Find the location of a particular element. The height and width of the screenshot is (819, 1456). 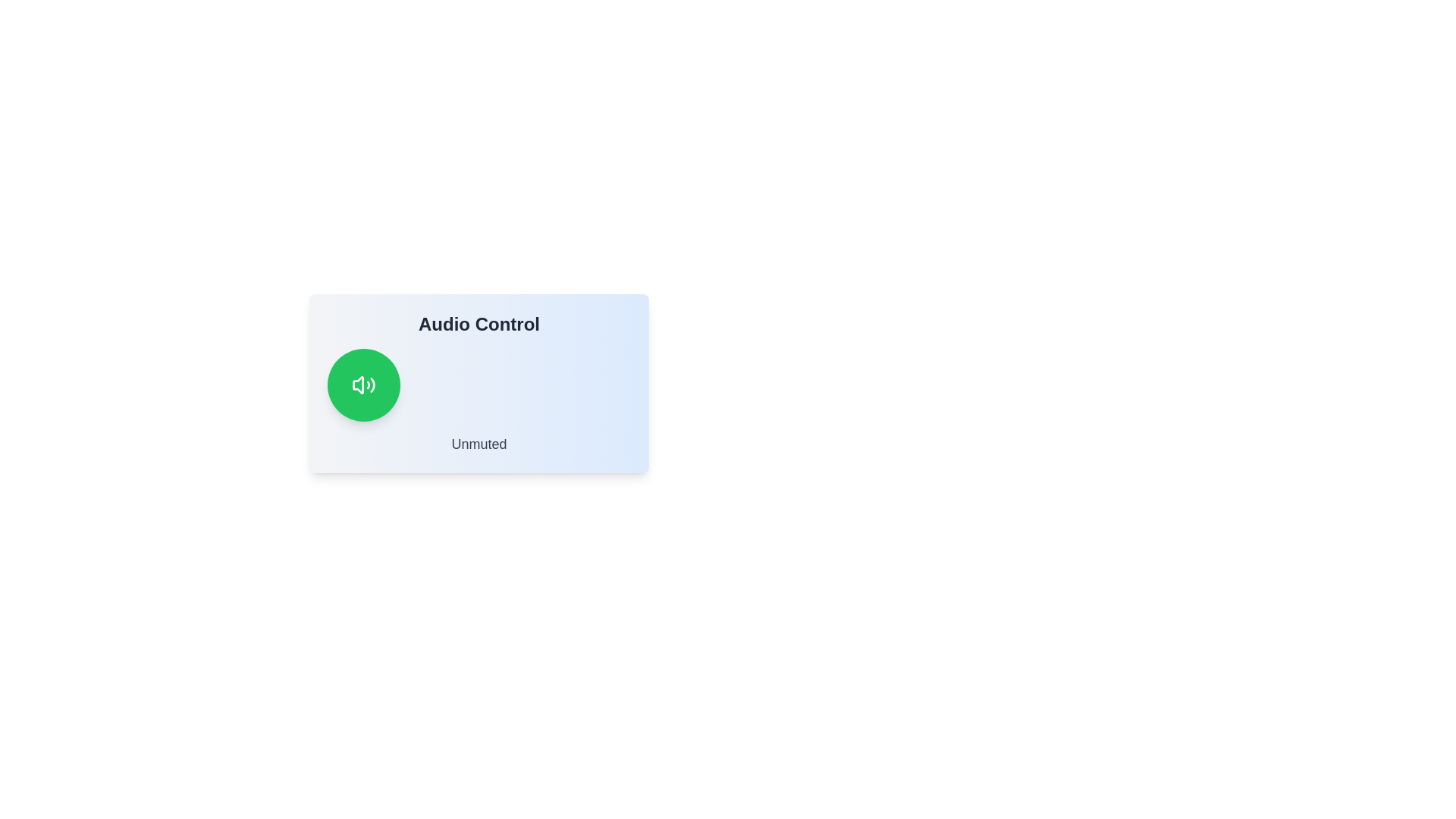

the green button to observe the hover effect is located at coordinates (364, 384).